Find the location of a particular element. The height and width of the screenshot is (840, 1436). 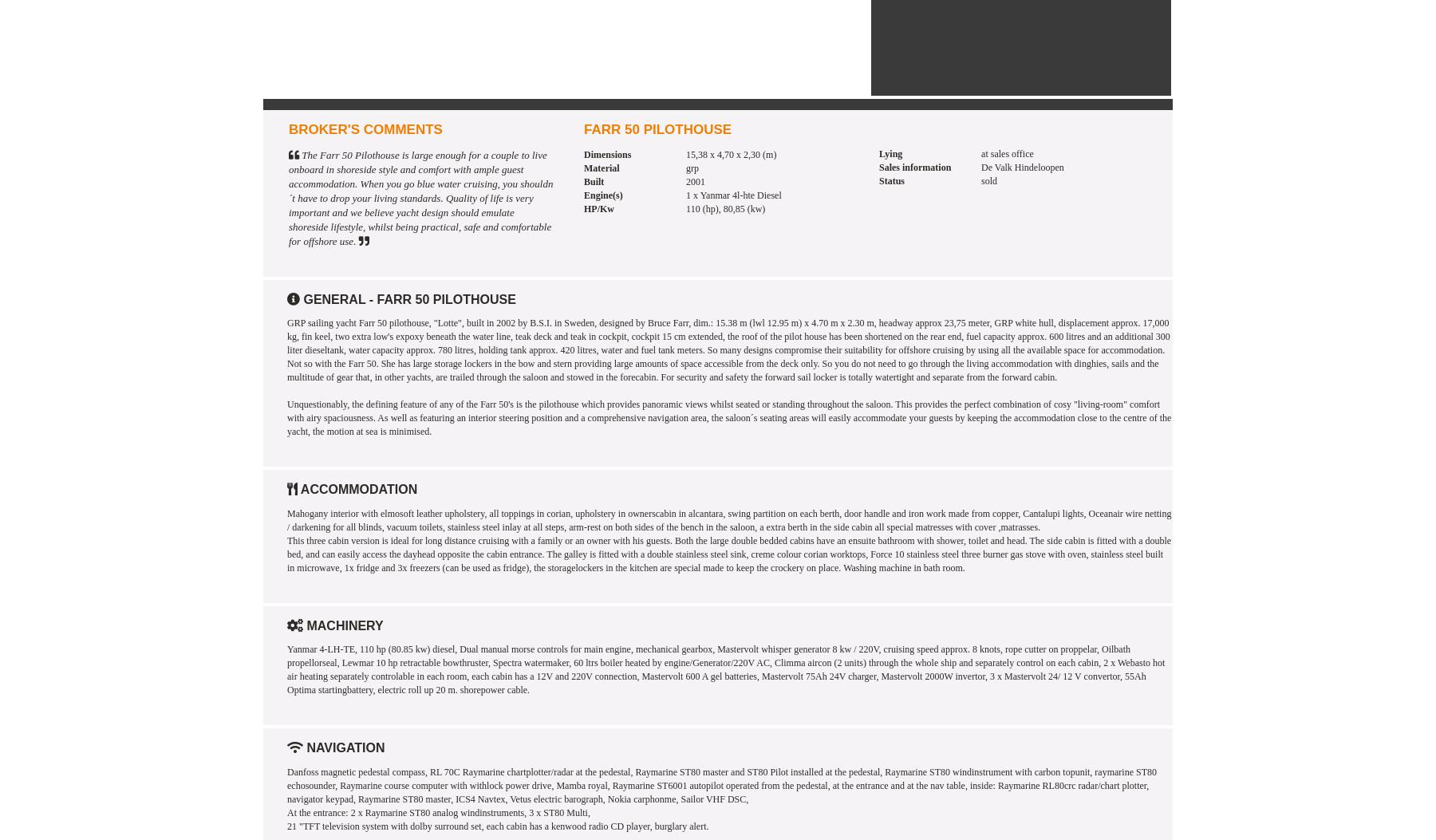

'Danfoss magnetic pedestal compass, RL 70C Raymarine chartplotter/radar at the pedestal, Raymarine ST80 master and ST80 Pilot installed at the pedestal, Raymarine ST80 windinstrument with carbon topunit,  raymarine ST80 echosounder, Raymarine course computer with withlock power drive, Mamba royal, Raymarine ST6001 autopilot operated from the pedestal, at the entrance and at the nav table, inside: Raymarine RL80crc radar/chart plotter, navigator keypad, Raymarine ST80 master, ICS4 Navtex, Vetus electric barograph, Nokia carphonme, Sailor VHF DSC,' is located at coordinates (720, 785).